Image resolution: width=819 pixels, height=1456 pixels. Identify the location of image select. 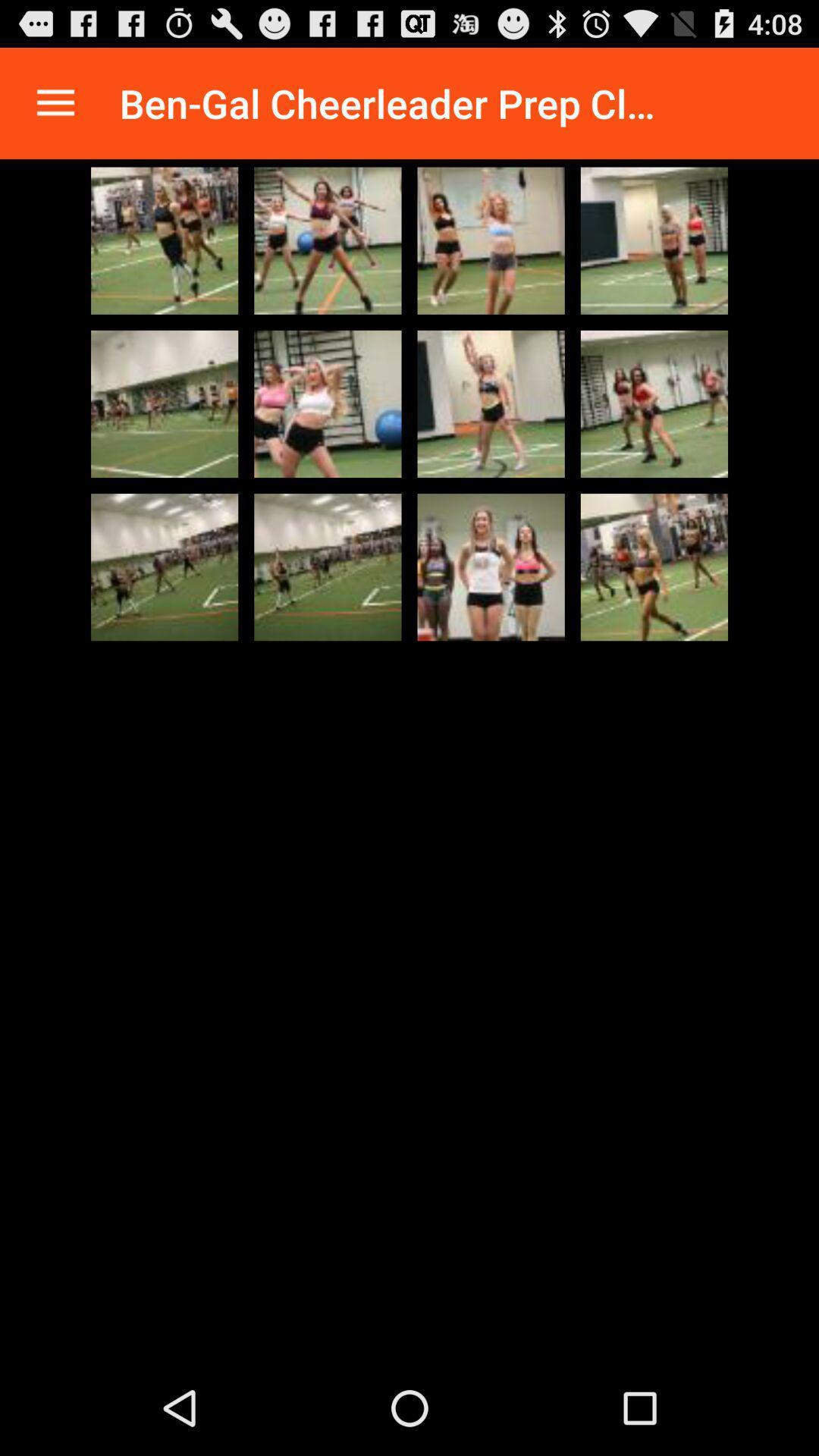
(653, 240).